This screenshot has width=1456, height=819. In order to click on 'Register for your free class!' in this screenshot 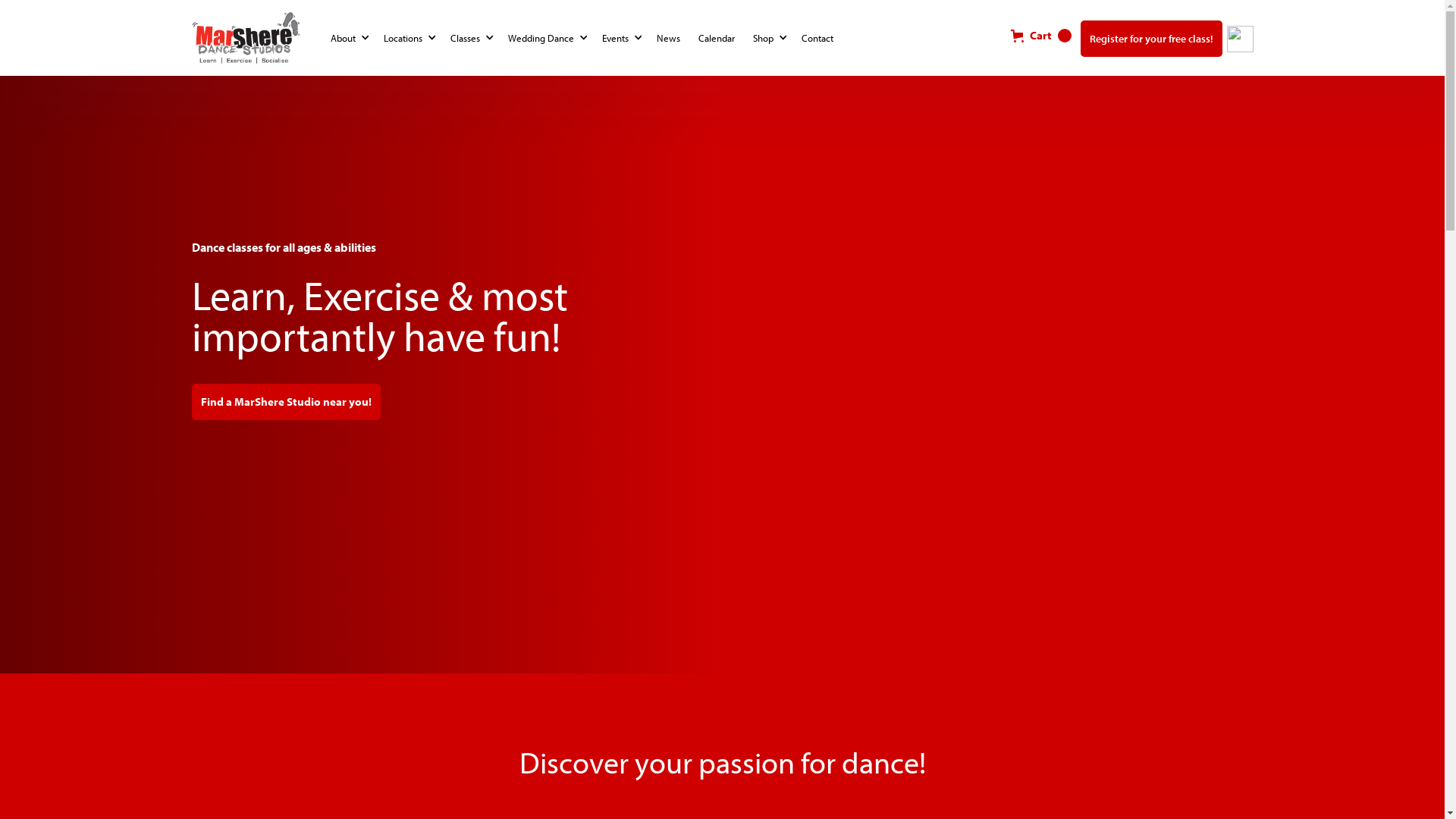, I will do `click(1150, 37)`.